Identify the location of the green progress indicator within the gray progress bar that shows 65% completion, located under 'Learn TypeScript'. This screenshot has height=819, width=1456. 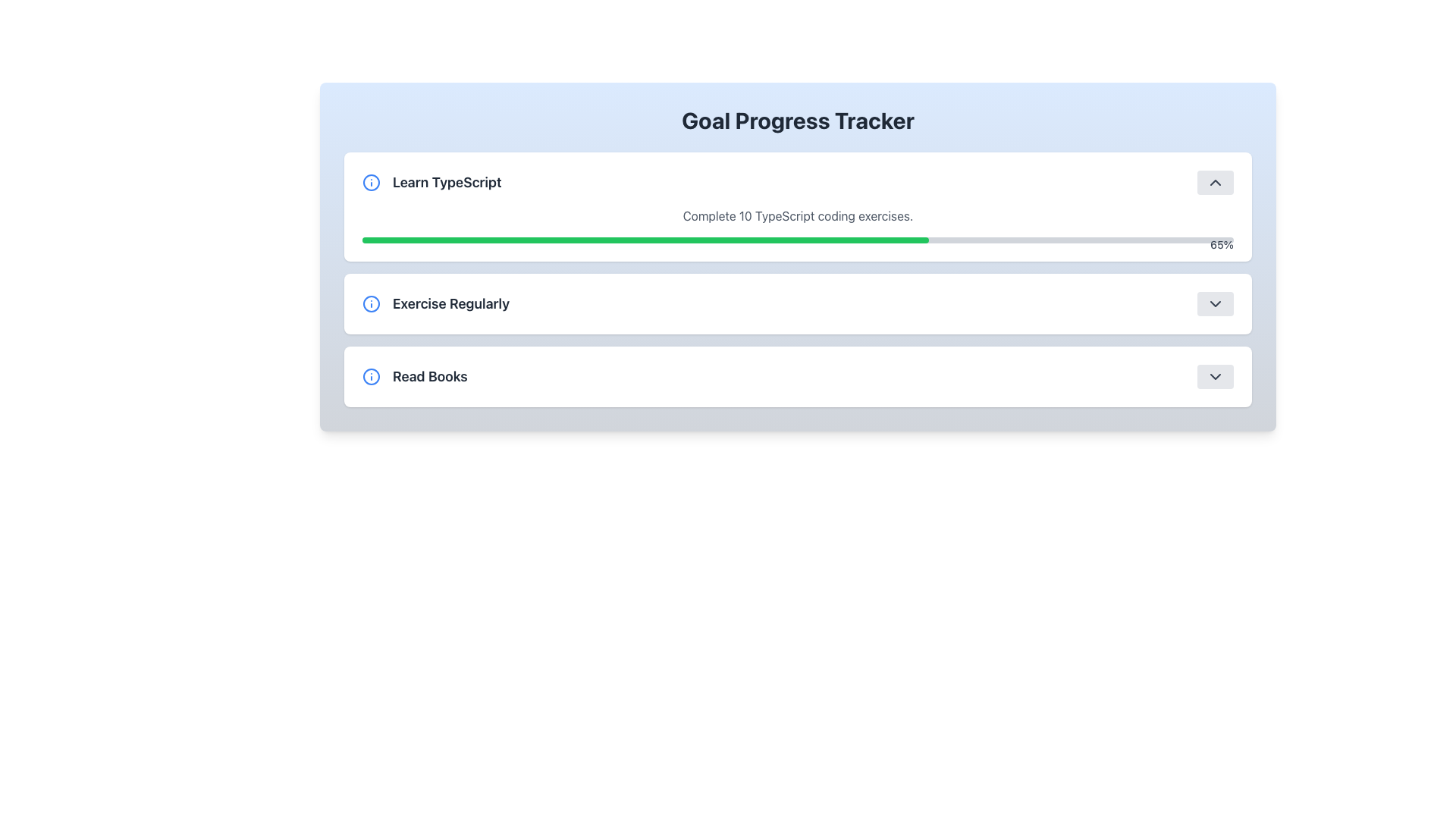
(645, 239).